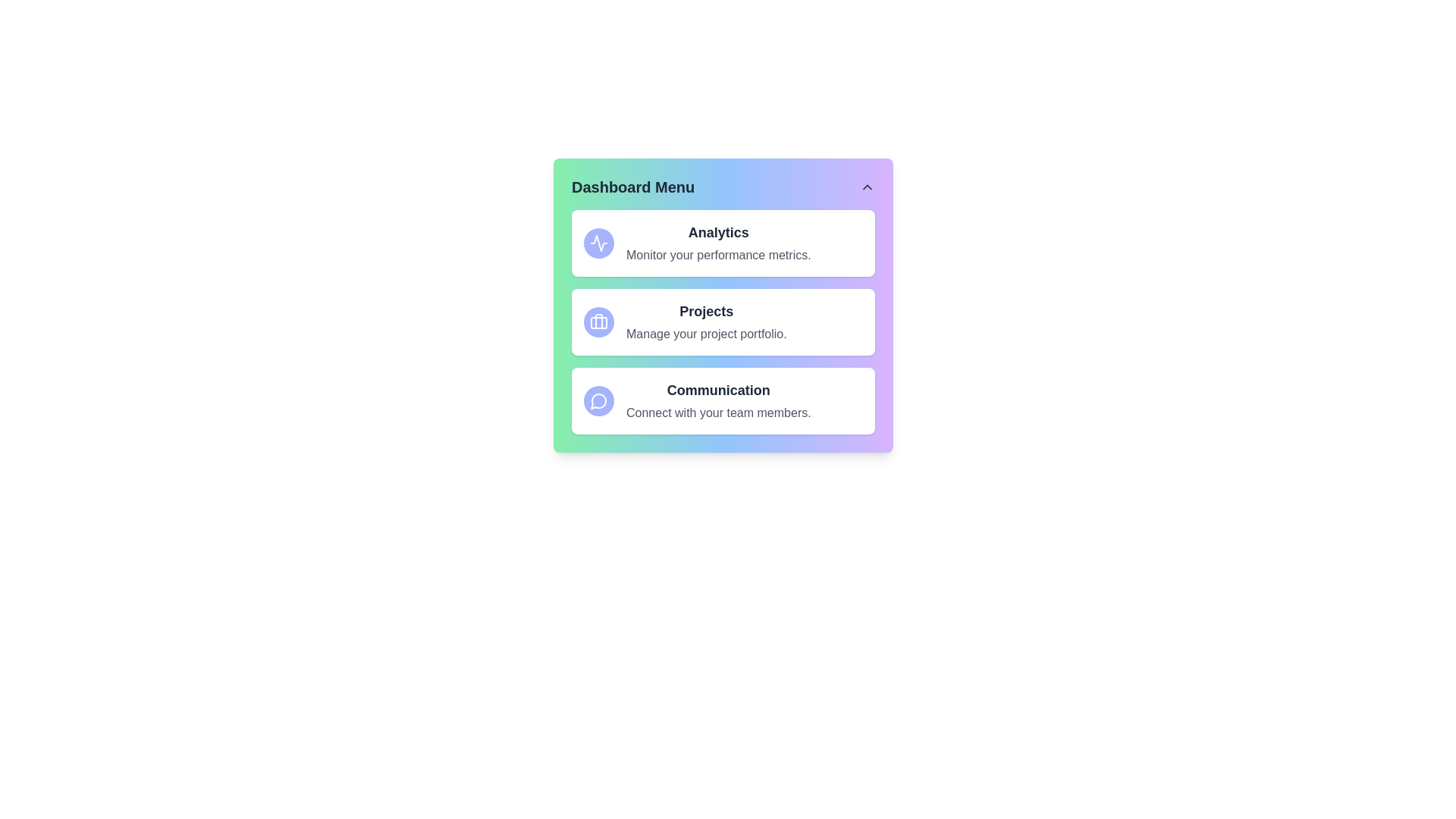  I want to click on the chevron button to toggle the menu's expanded or collapsed state, so click(867, 186).